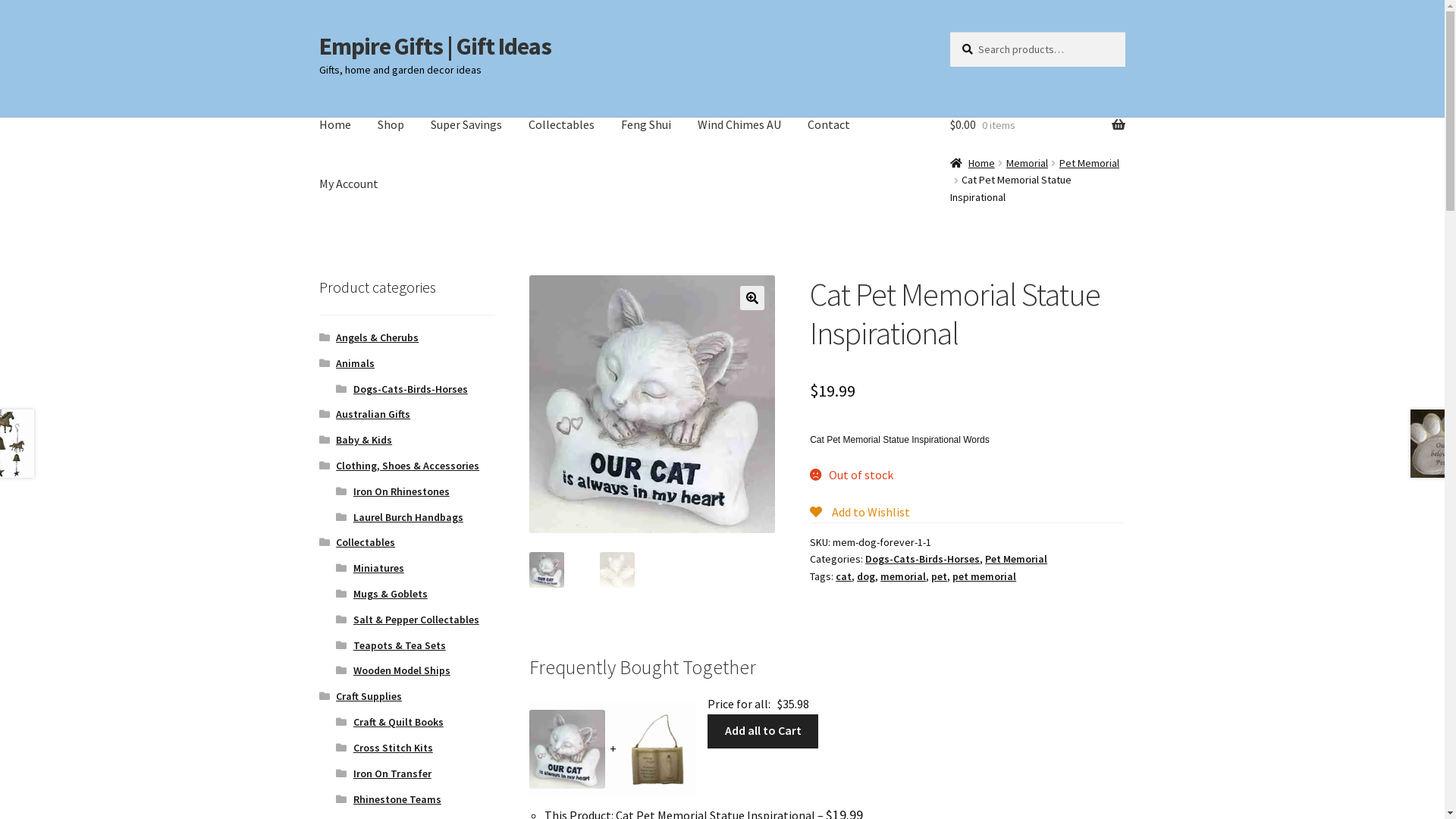 This screenshot has height=819, width=1456. What do you see at coordinates (334, 124) in the screenshot?
I see `'Home'` at bounding box center [334, 124].